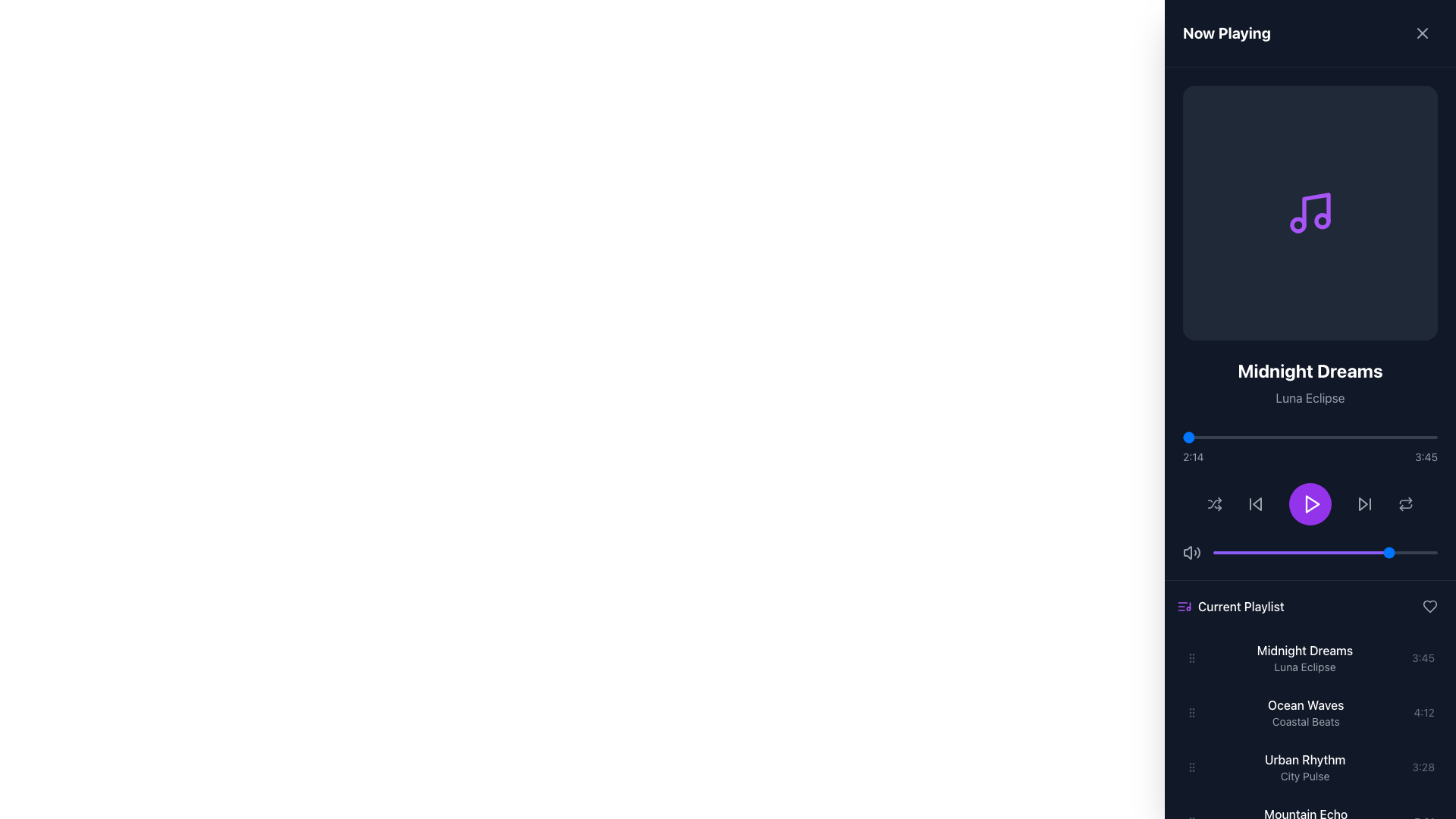  I want to click on the Drag Handle, which consists of six small circular dots arranged vertically, located on the left side of the playlist entry for 'Ocean Waves' by 'Coastal Beats', so click(1191, 713).